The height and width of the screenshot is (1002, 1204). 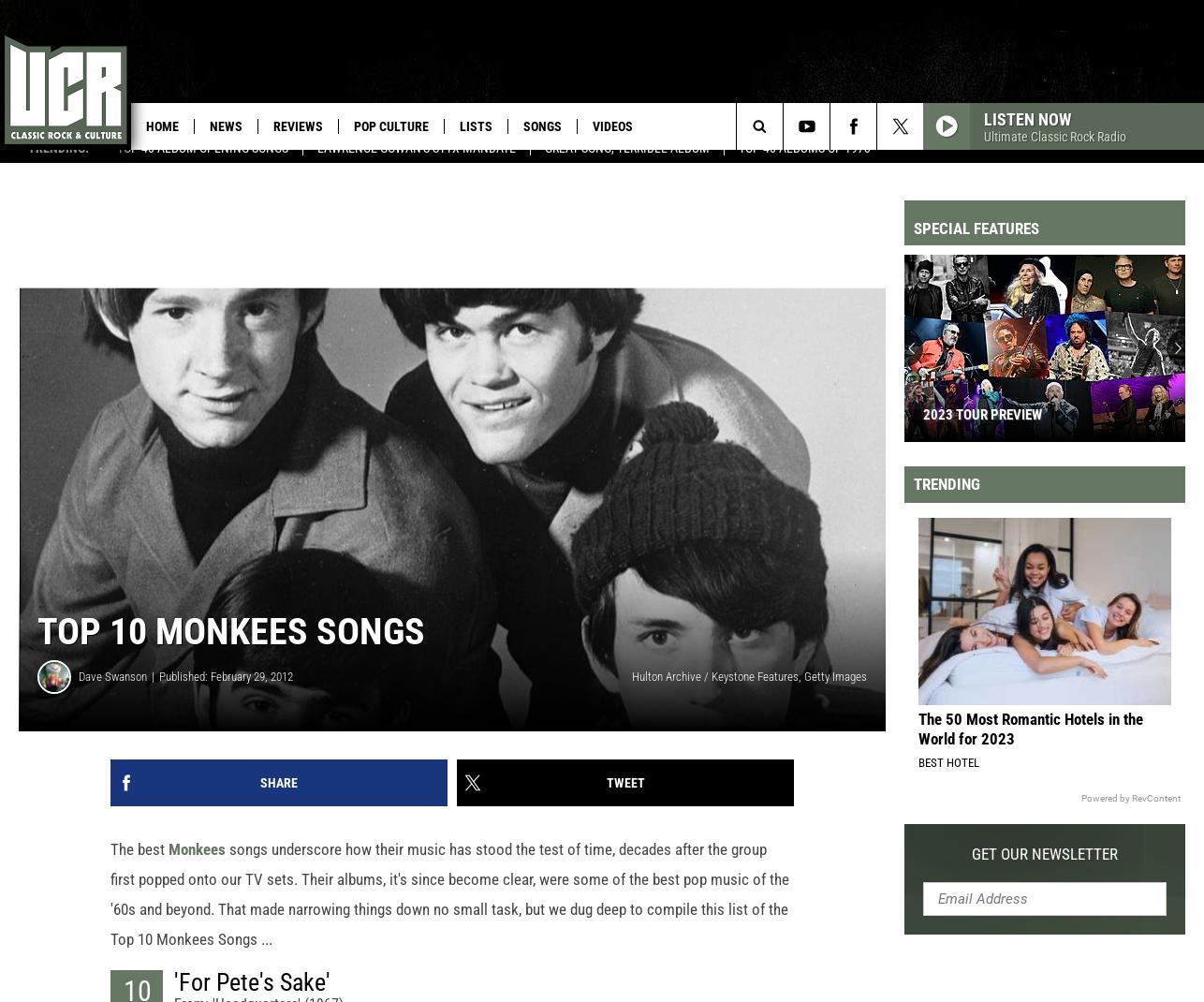 What do you see at coordinates (448, 909) in the screenshot?
I see `'songs underscore how their music has stood the test of time, decades after the group first popped onto our TV sets. Their albums, it's since become clear, were some of the best pop music of the '60s and beyond. That made narrowing things down no small task, but we dug deep to compile this list of the Top 10 Monkees Songs ...'` at bounding box center [448, 909].